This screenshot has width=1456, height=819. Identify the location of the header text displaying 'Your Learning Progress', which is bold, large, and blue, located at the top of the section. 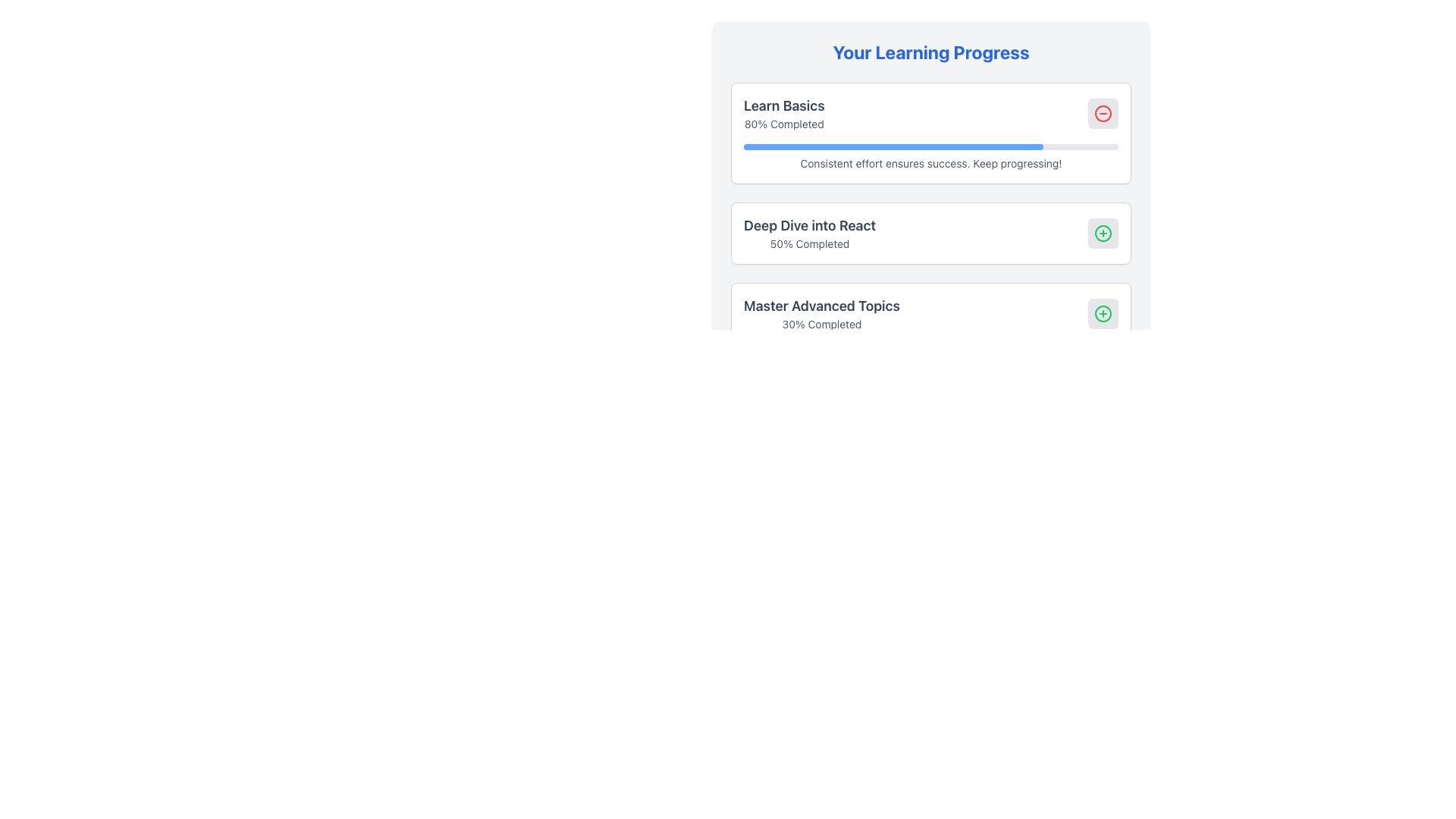
(930, 52).